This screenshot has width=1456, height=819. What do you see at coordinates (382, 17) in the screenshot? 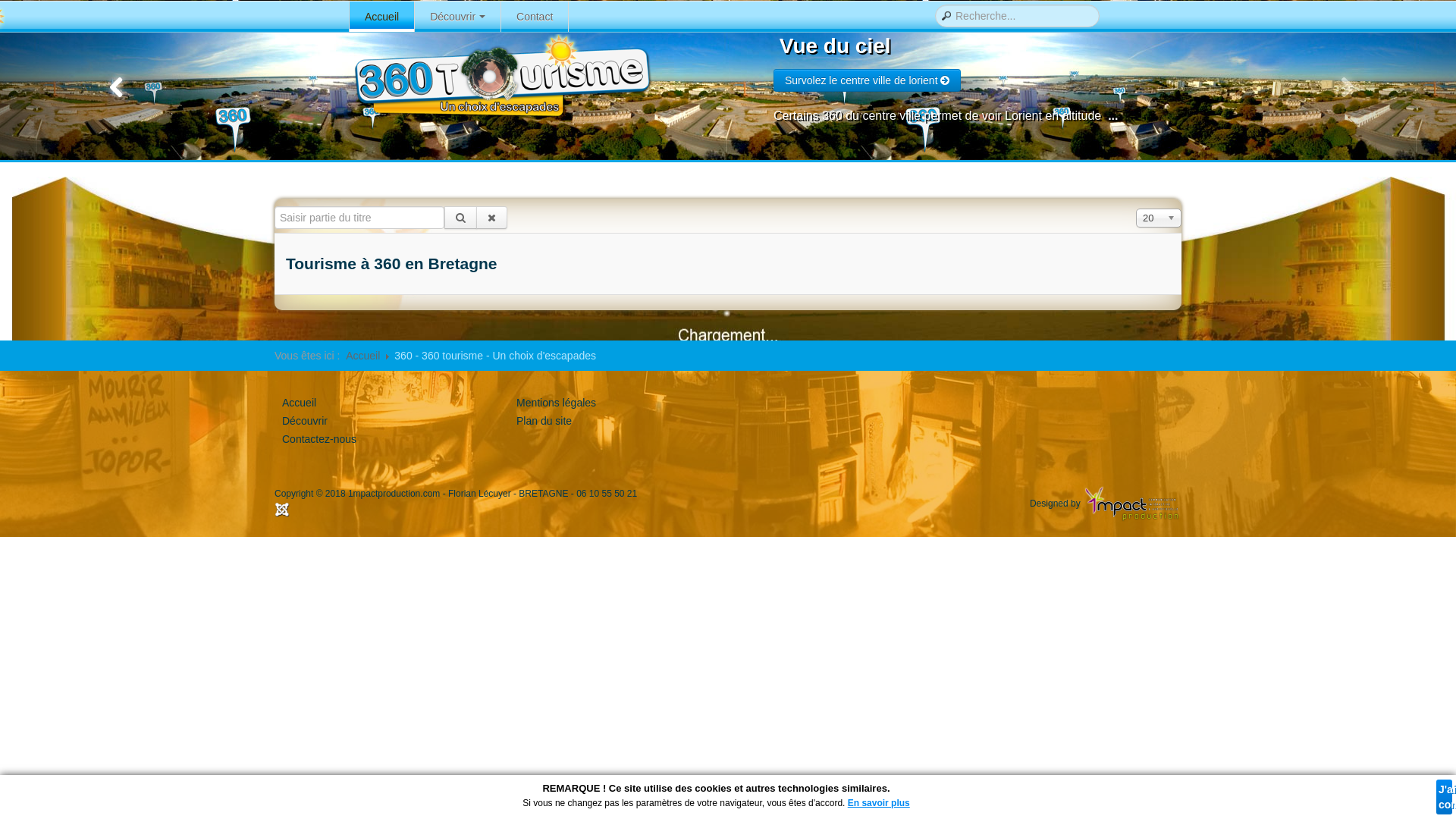
I see `'Accueil'` at bounding box center [382, 17].